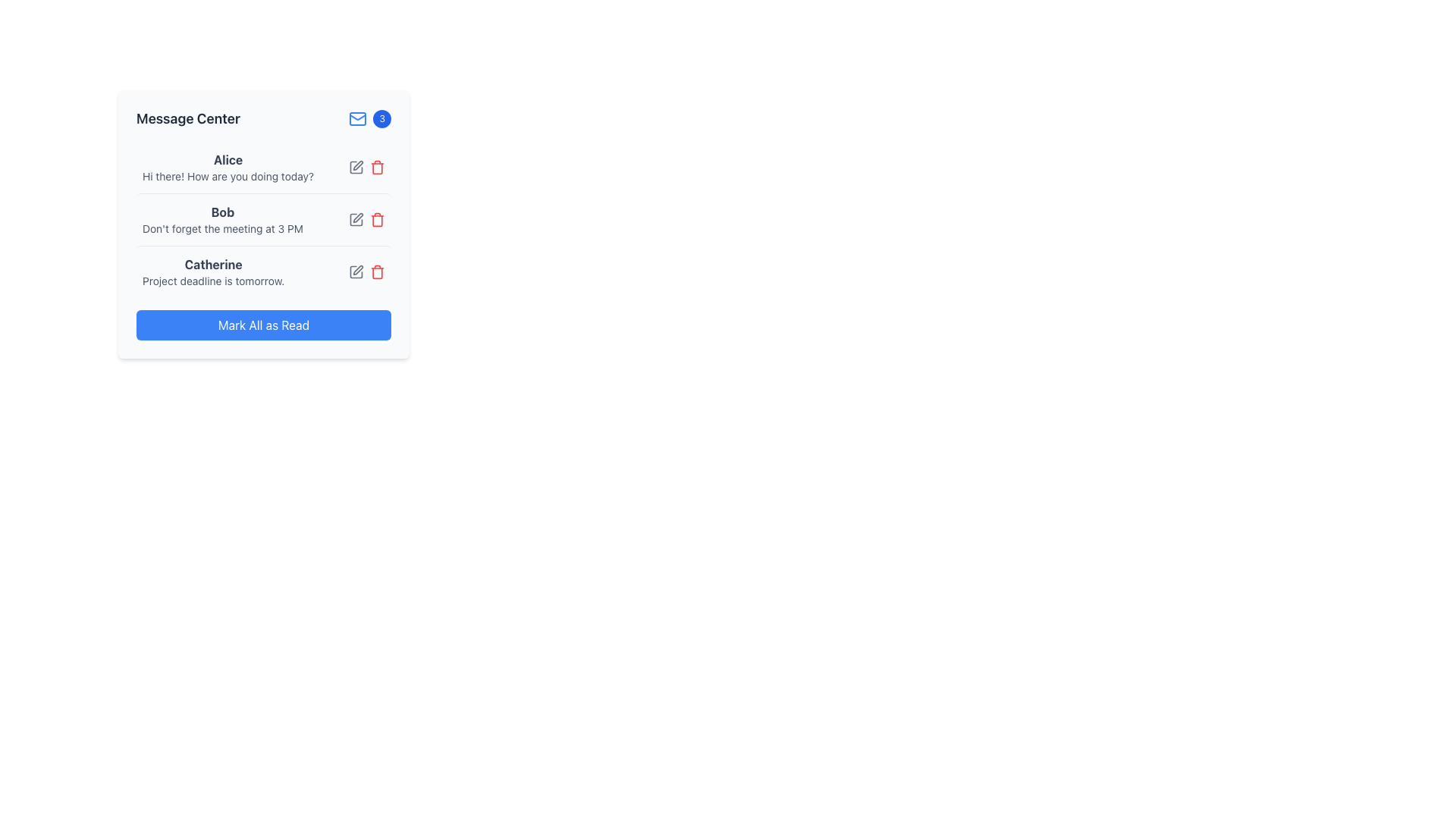 Image resolution: width=1456 pixels, height=819 pixels. Describe the element at coordinates (227, 167) in the screenshot. I see `the message summary text block for user Alice located in the Message Center` at that location.